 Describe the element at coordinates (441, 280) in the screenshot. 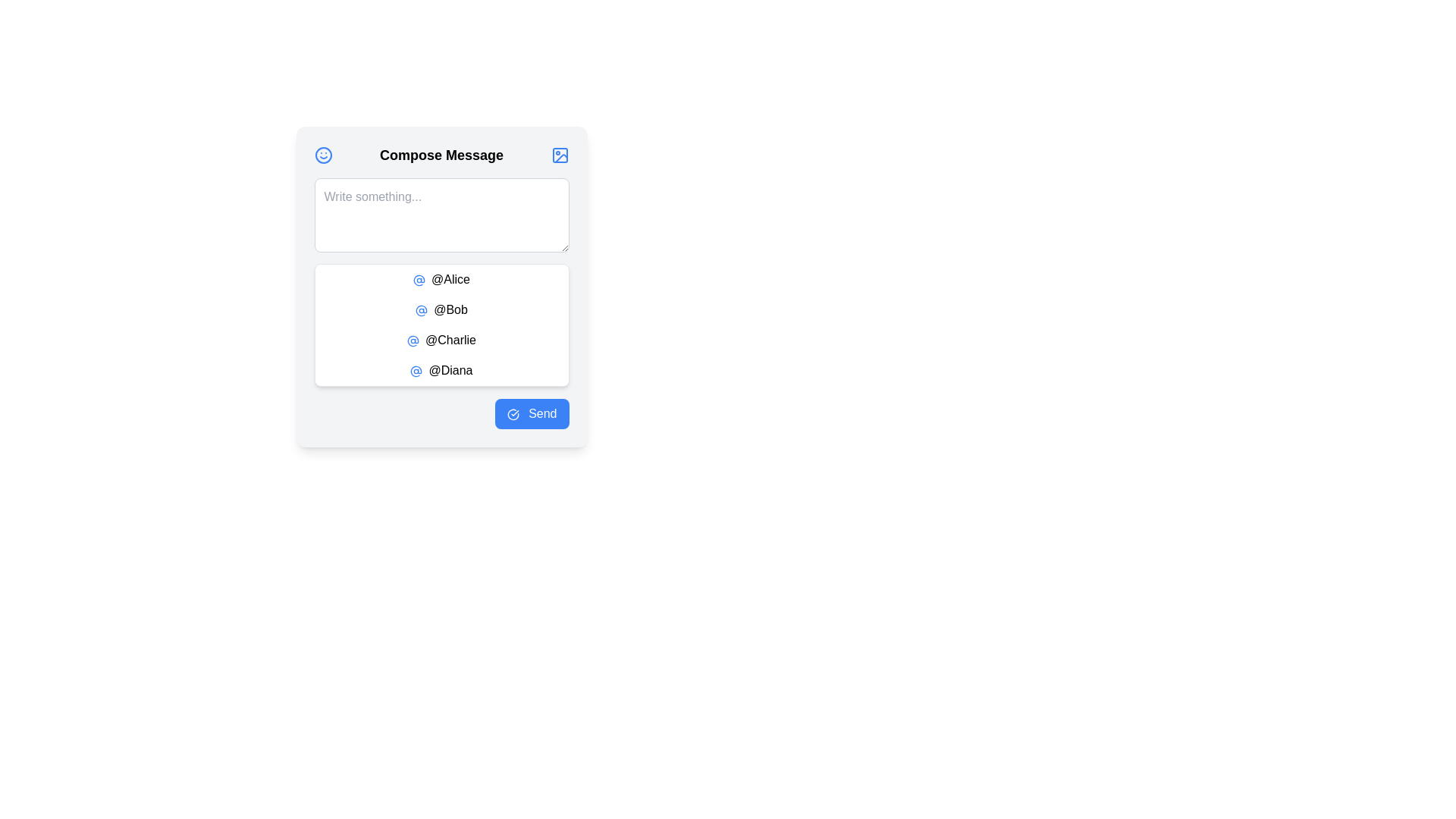

I see `to select the interactive list item '@Alice', which is styled with a blue hover effect and is the first option in the dropdown menu` at that location.